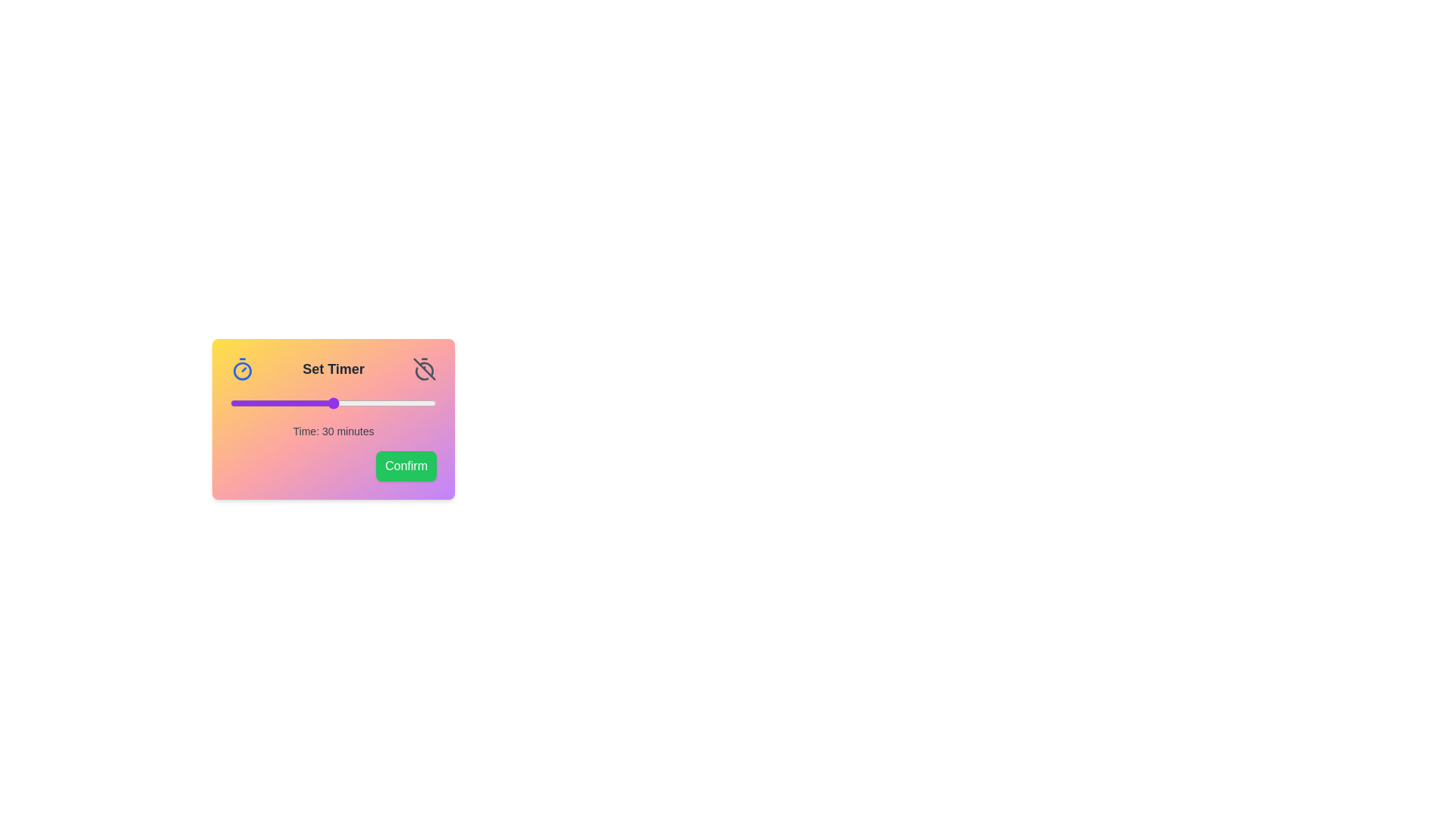 The image size is (1456, 819). Describe the element at coordinates (254, 403) in the screenshot. I see `the slider to set the timer to 7 minutes` at that location.